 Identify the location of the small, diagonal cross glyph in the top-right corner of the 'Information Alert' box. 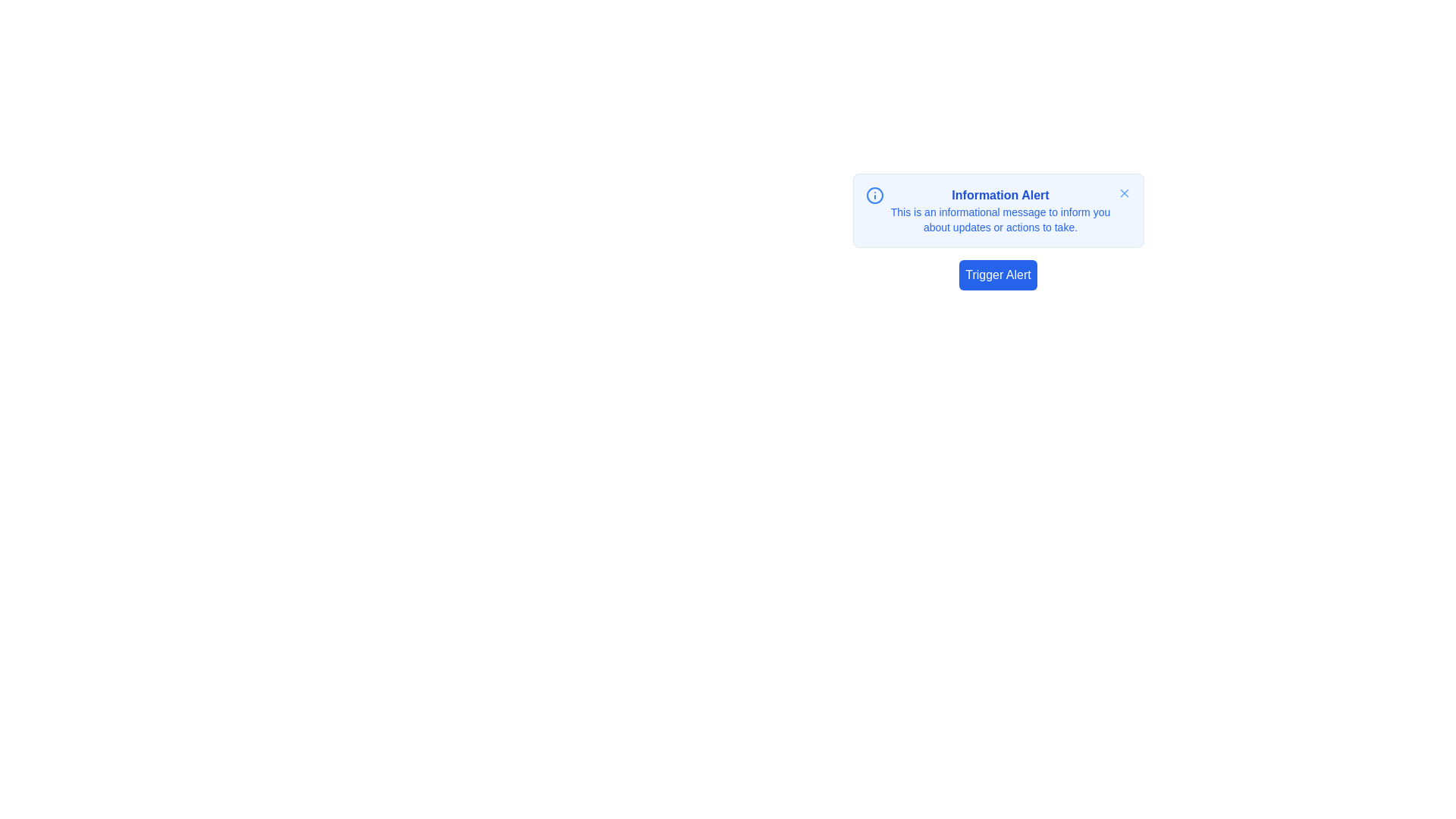
(1124, 192).